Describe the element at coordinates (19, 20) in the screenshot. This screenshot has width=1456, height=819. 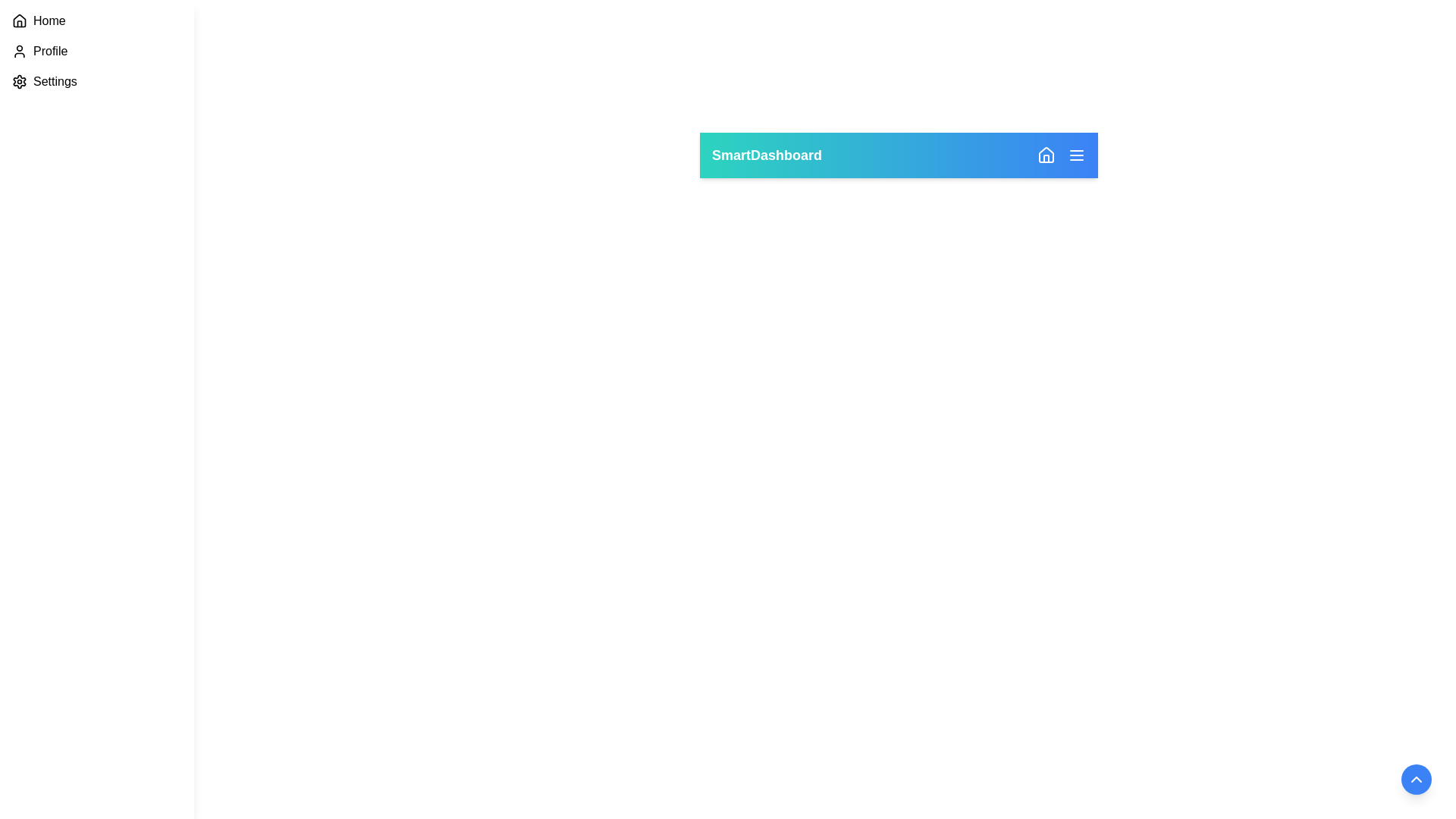
I see `the house-shaped icon located in the sidebar menu, which is the left-most icon in the 'Home' button group` at that location.